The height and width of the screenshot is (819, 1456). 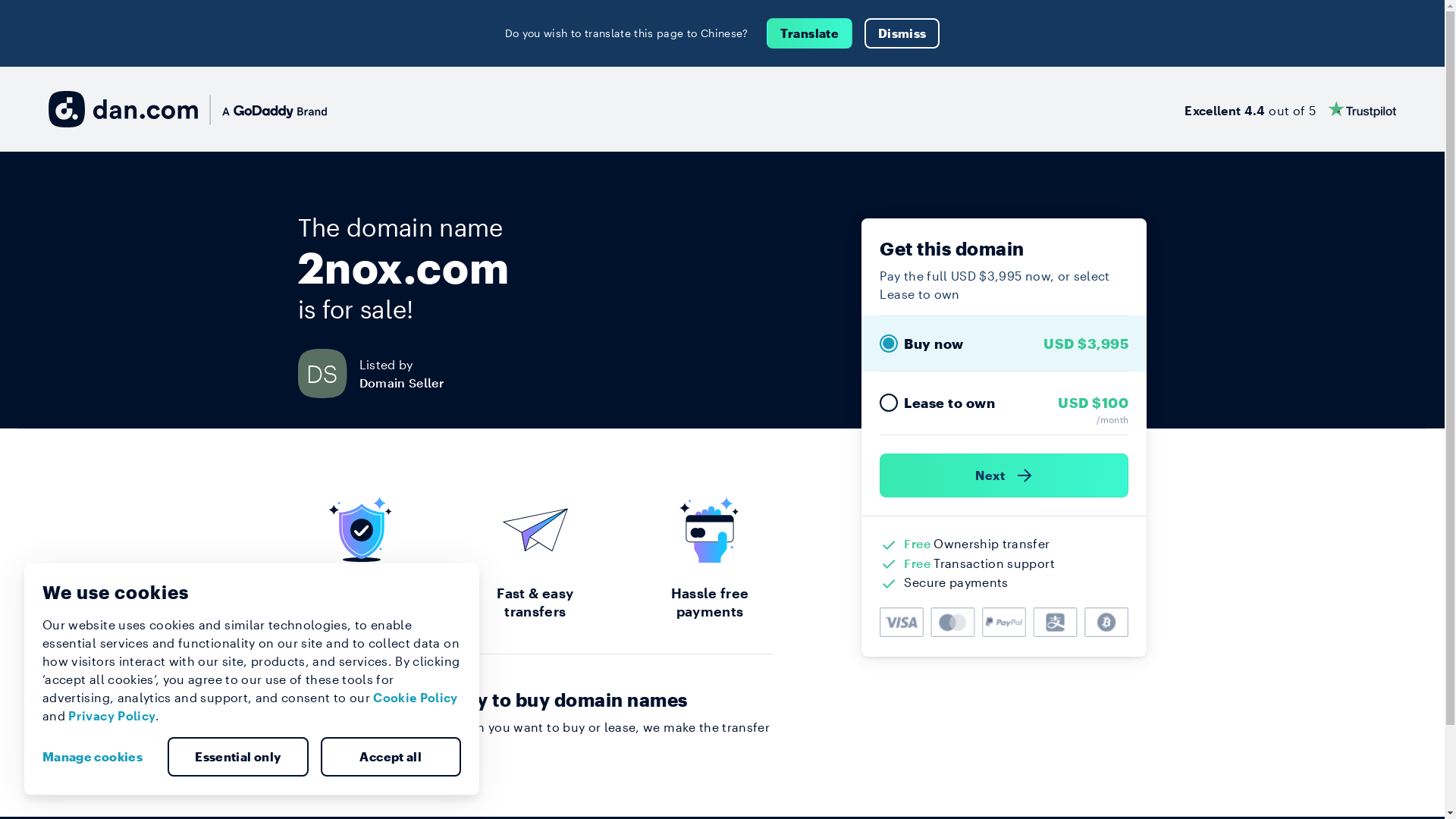 I want to click on 'Translate', so click(x=767, y=33).